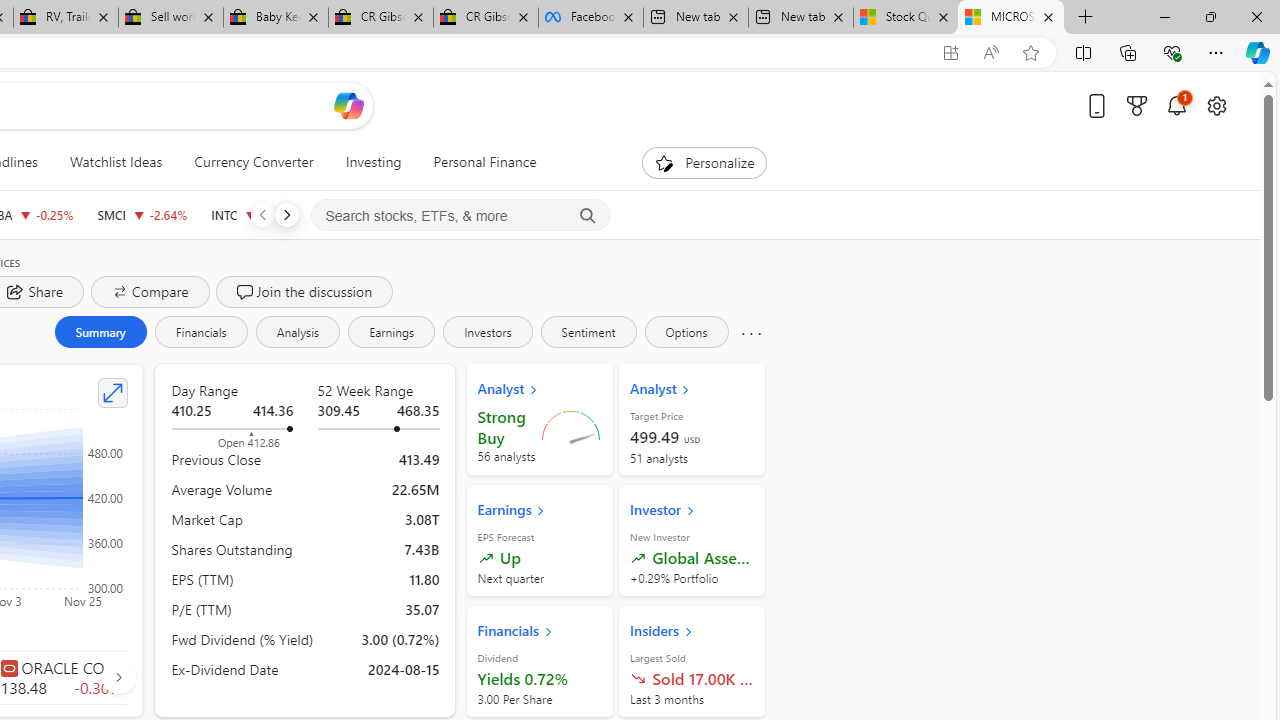  Describe the element at coordinates (686, 330) in the screenshot. I see `'Options'` at that location.